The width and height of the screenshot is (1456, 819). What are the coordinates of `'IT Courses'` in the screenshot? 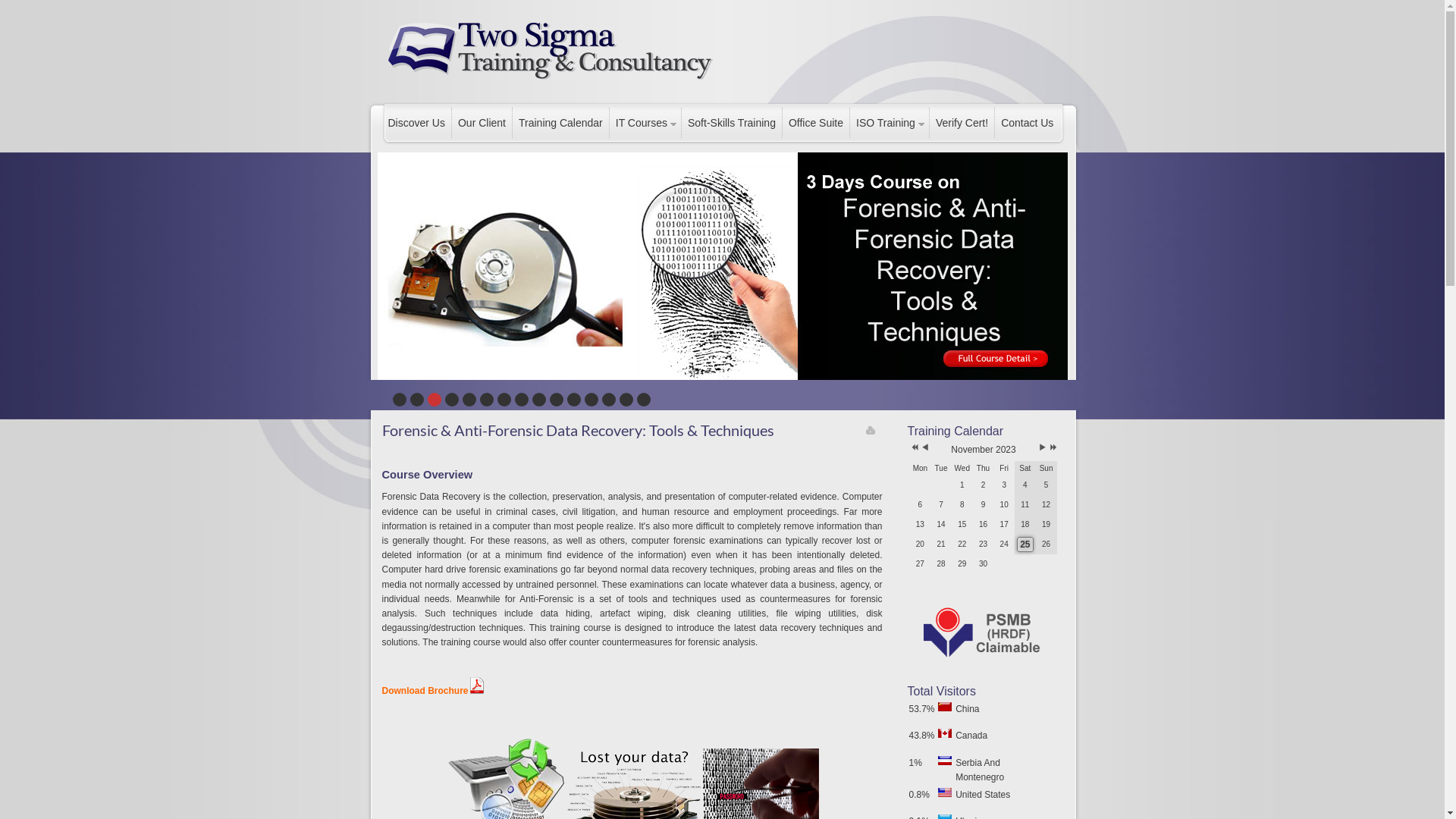 It's located at (645, 122).